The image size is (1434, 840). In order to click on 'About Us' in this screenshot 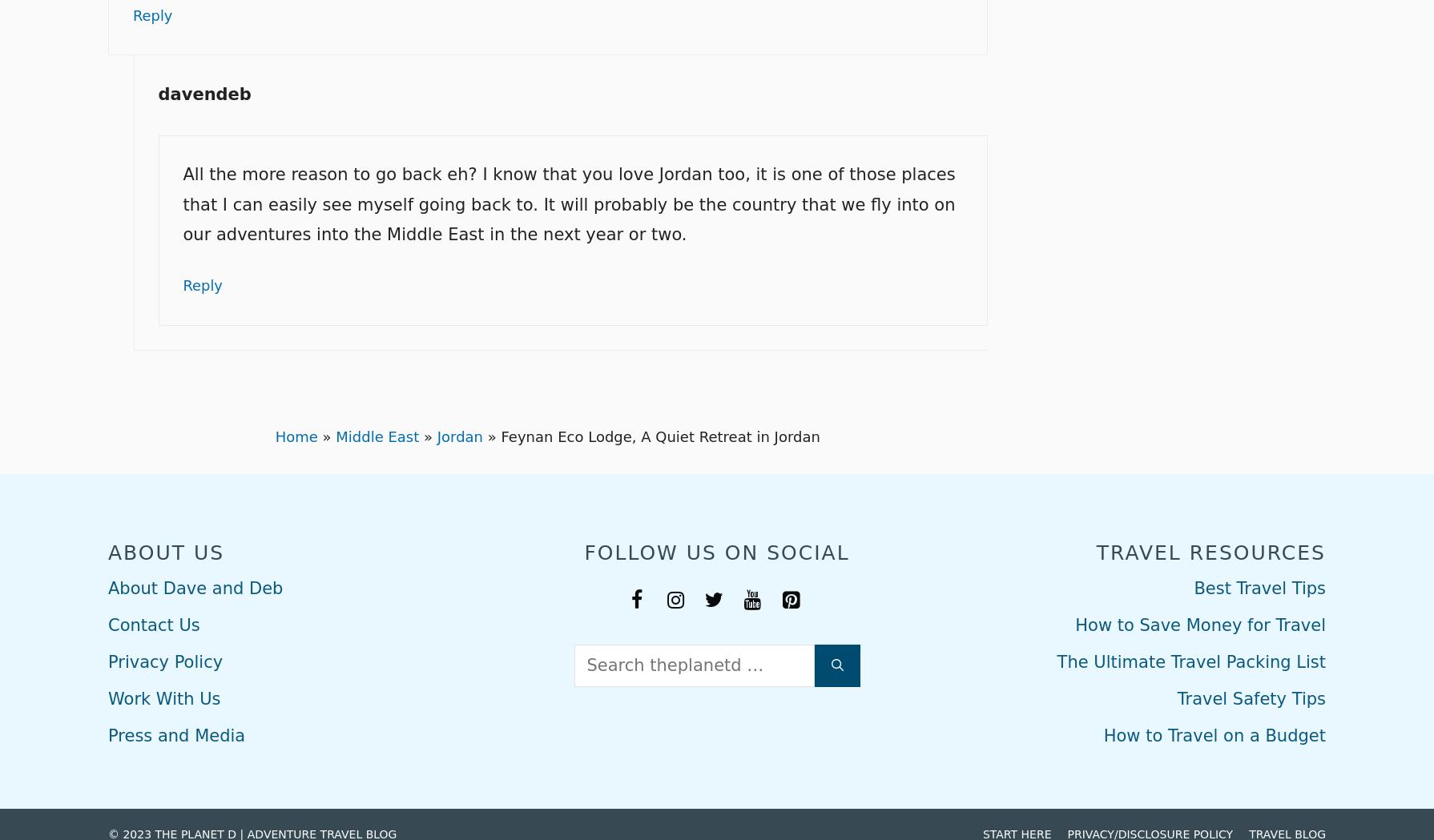, I will do `click(166, 550)`.